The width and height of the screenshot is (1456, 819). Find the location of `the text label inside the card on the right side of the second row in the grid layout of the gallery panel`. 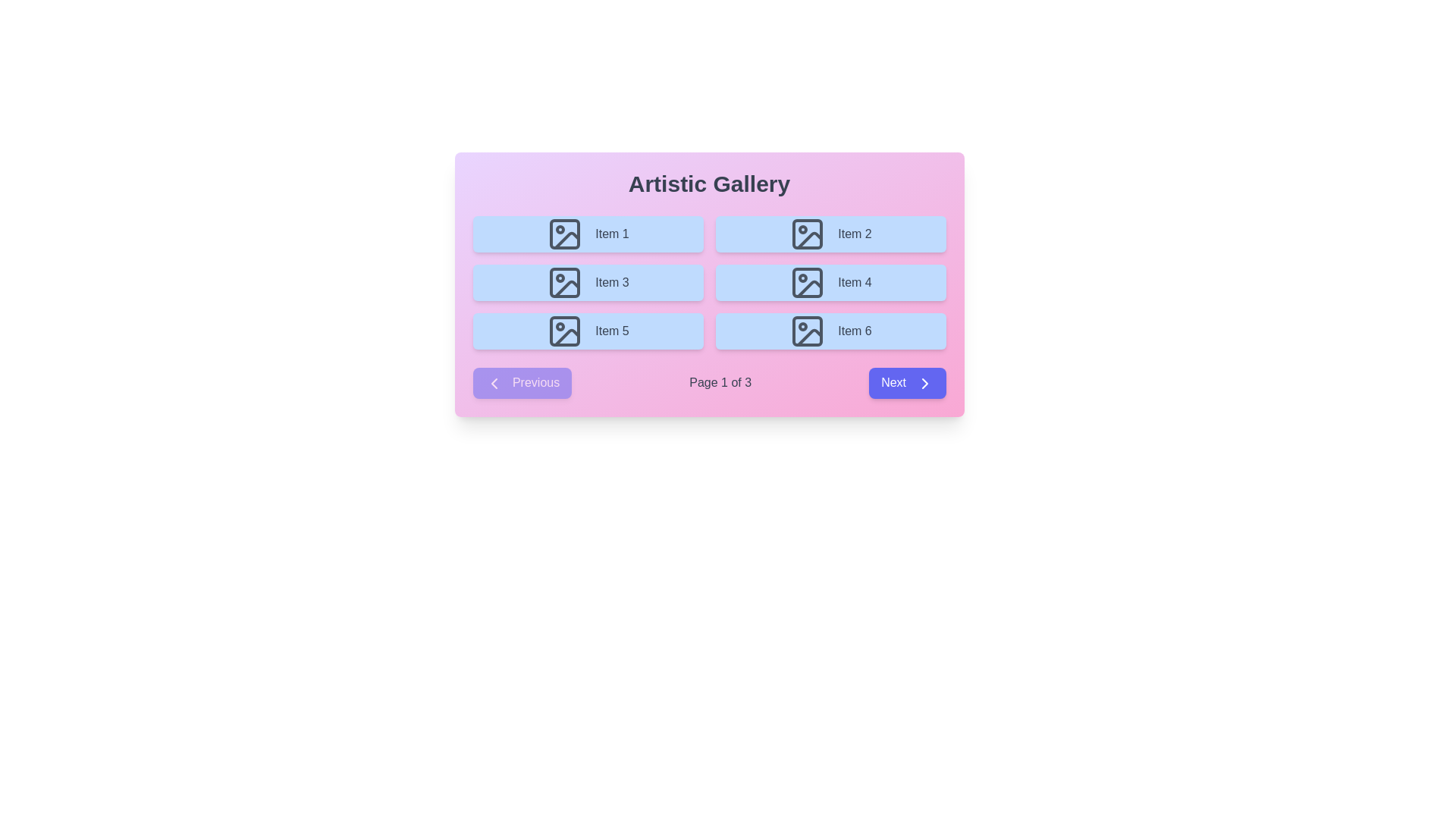

the text label inside the card on the right side of the second row in the grid layout of the gallery panel is located at coordinates (855, 283).